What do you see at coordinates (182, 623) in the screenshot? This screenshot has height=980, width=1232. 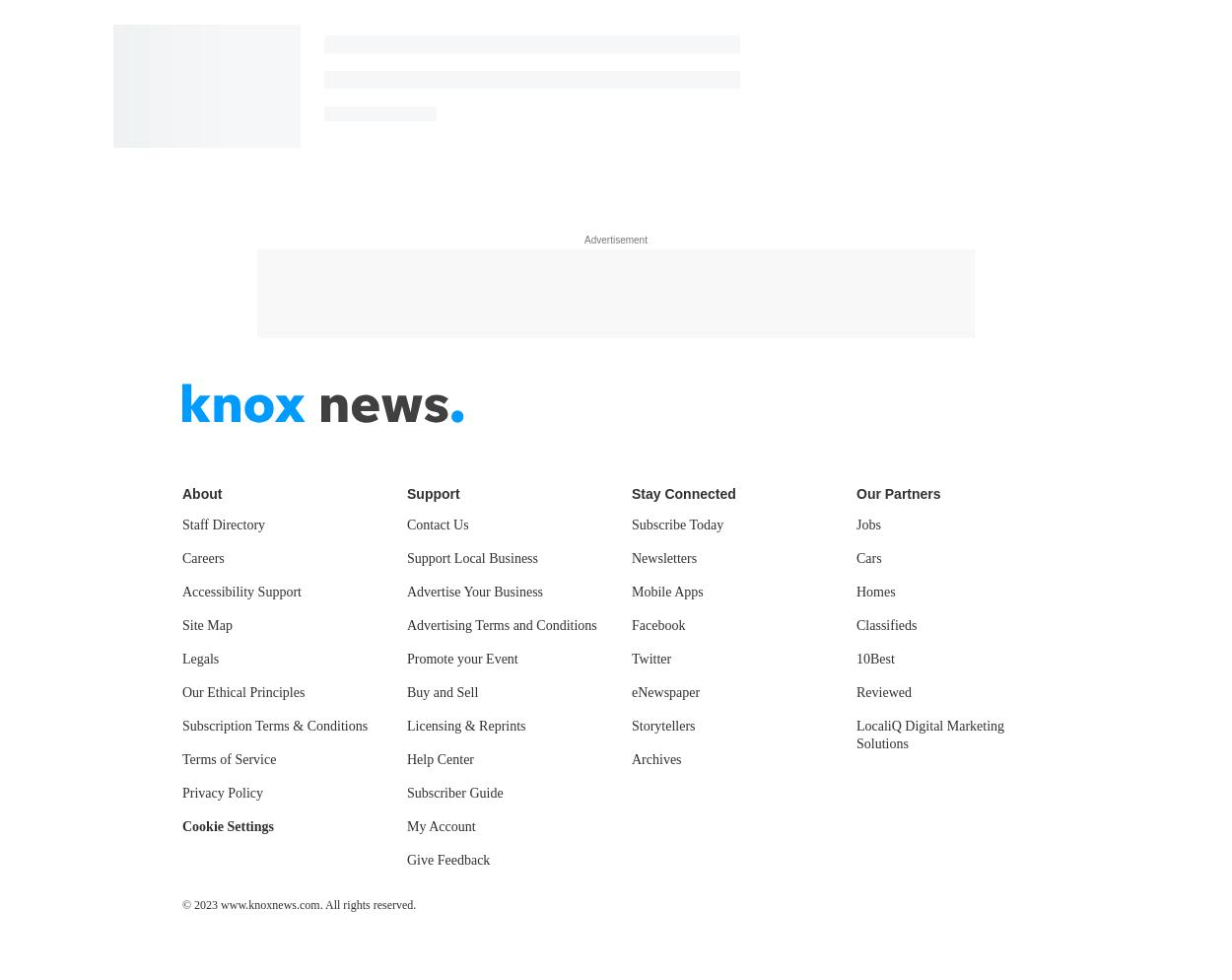 I see `'Site Map'` at bounding box center [182, 623].